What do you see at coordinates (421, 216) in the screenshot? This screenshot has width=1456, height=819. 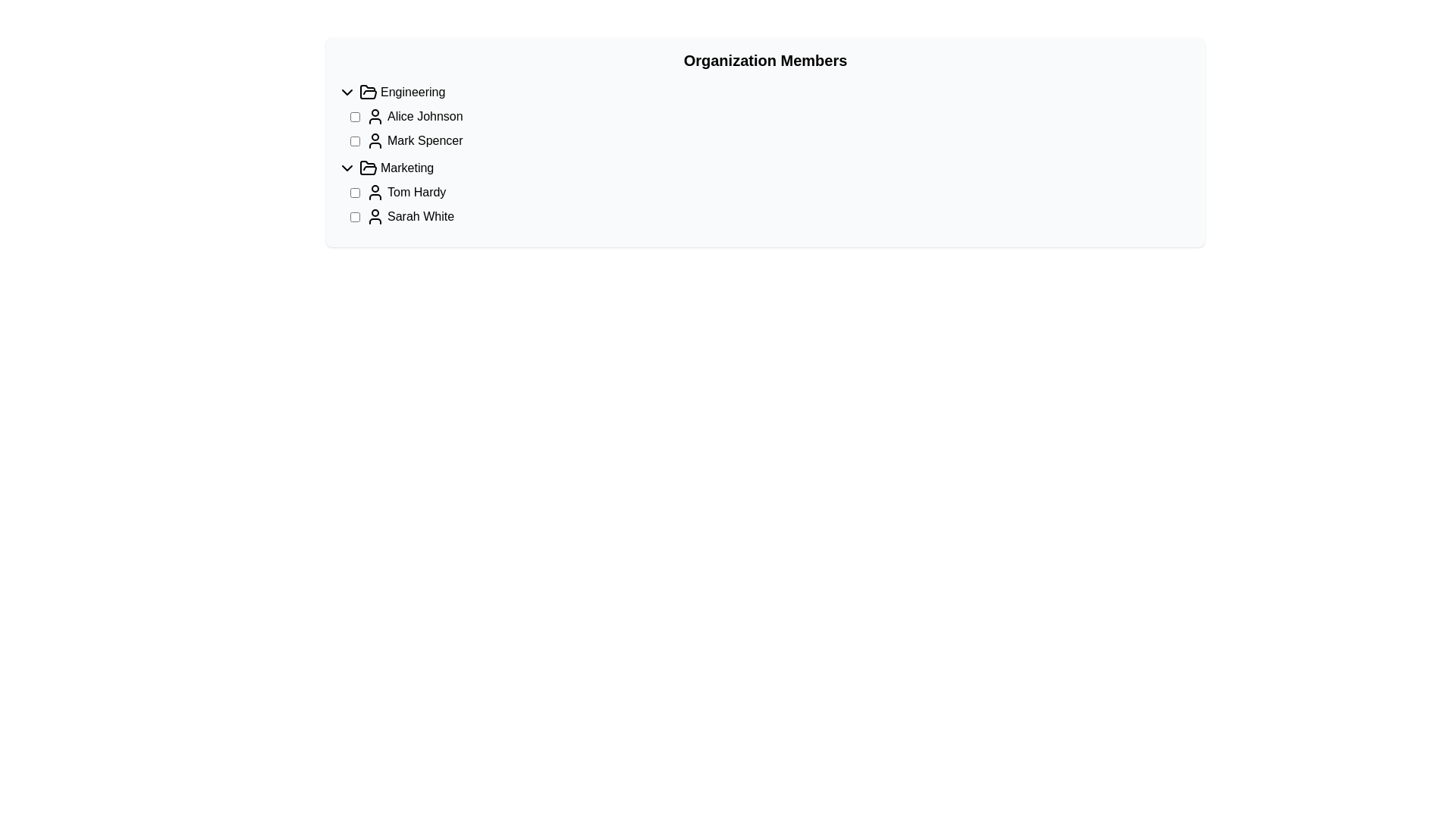 I see `the text label element displaying 'Sarah White' for accessibility, located under the 'Marketing' category as the second user entry` at bounding box center [421, 216].